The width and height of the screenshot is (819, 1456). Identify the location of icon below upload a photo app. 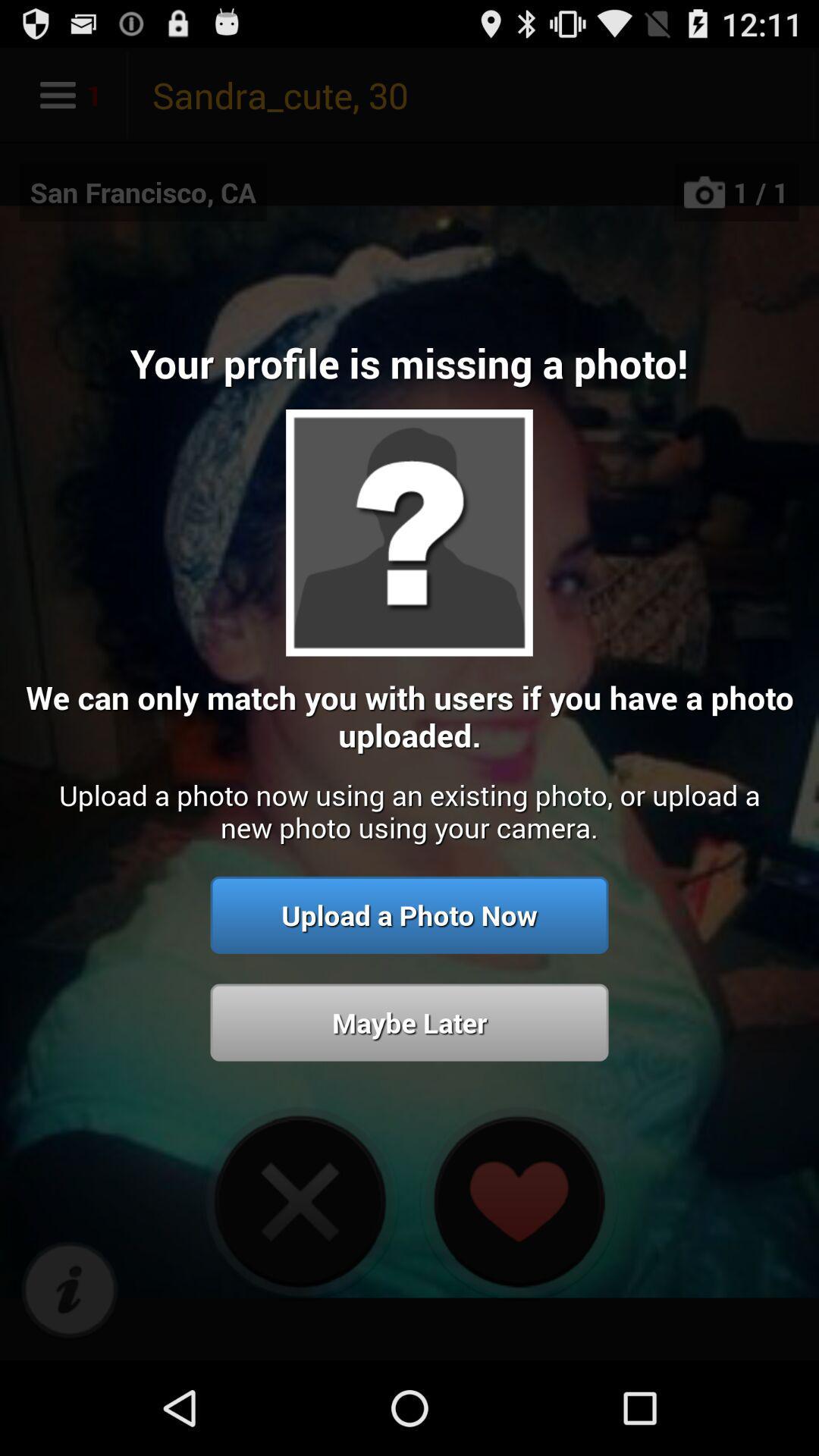
(69, 1290).